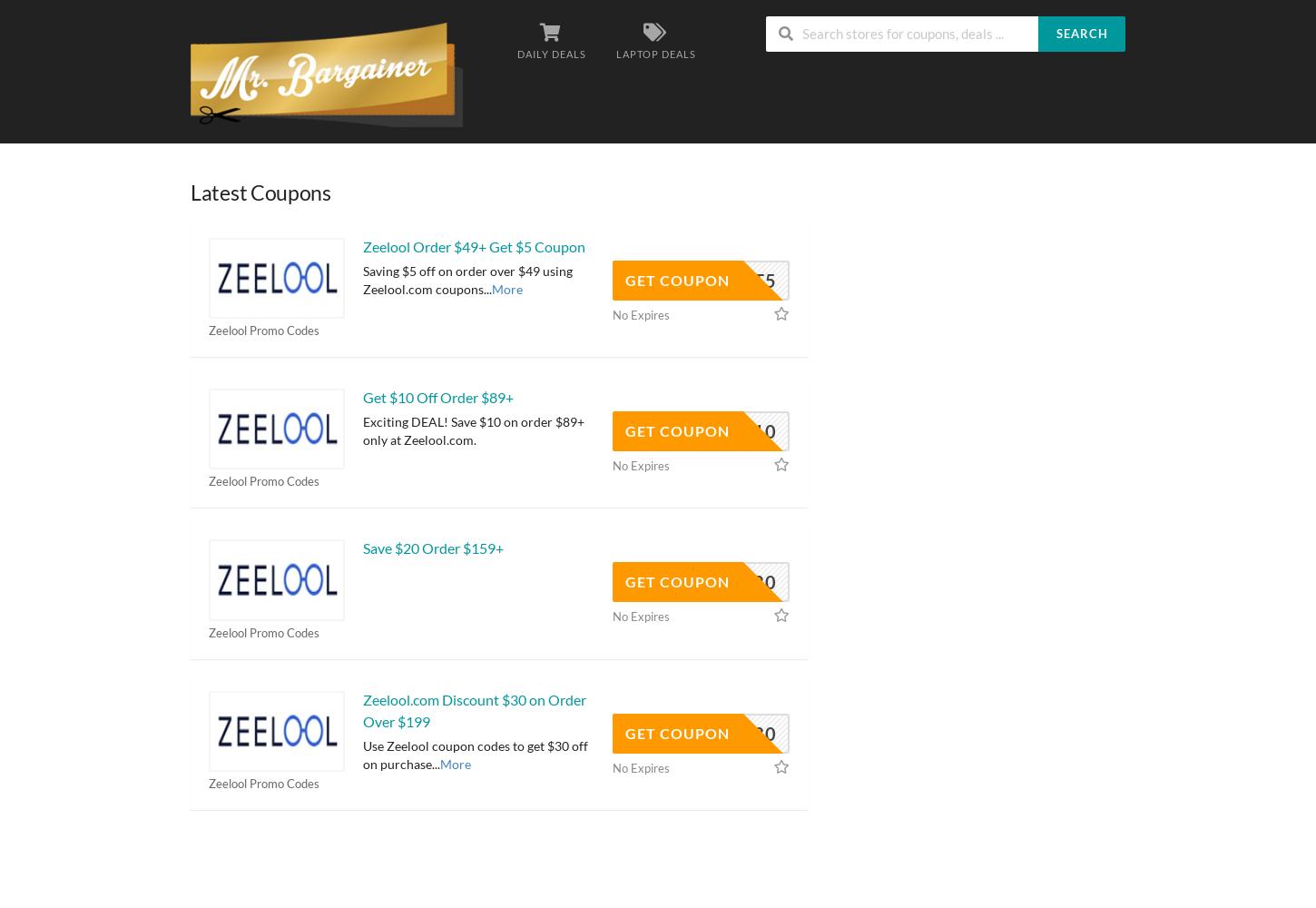 The height and width of the screenshot is (908, 1316). Describe the element at coordinates (437, 396) in the screenshot. I see `'Get $10 Off Order $89+'` at that location.